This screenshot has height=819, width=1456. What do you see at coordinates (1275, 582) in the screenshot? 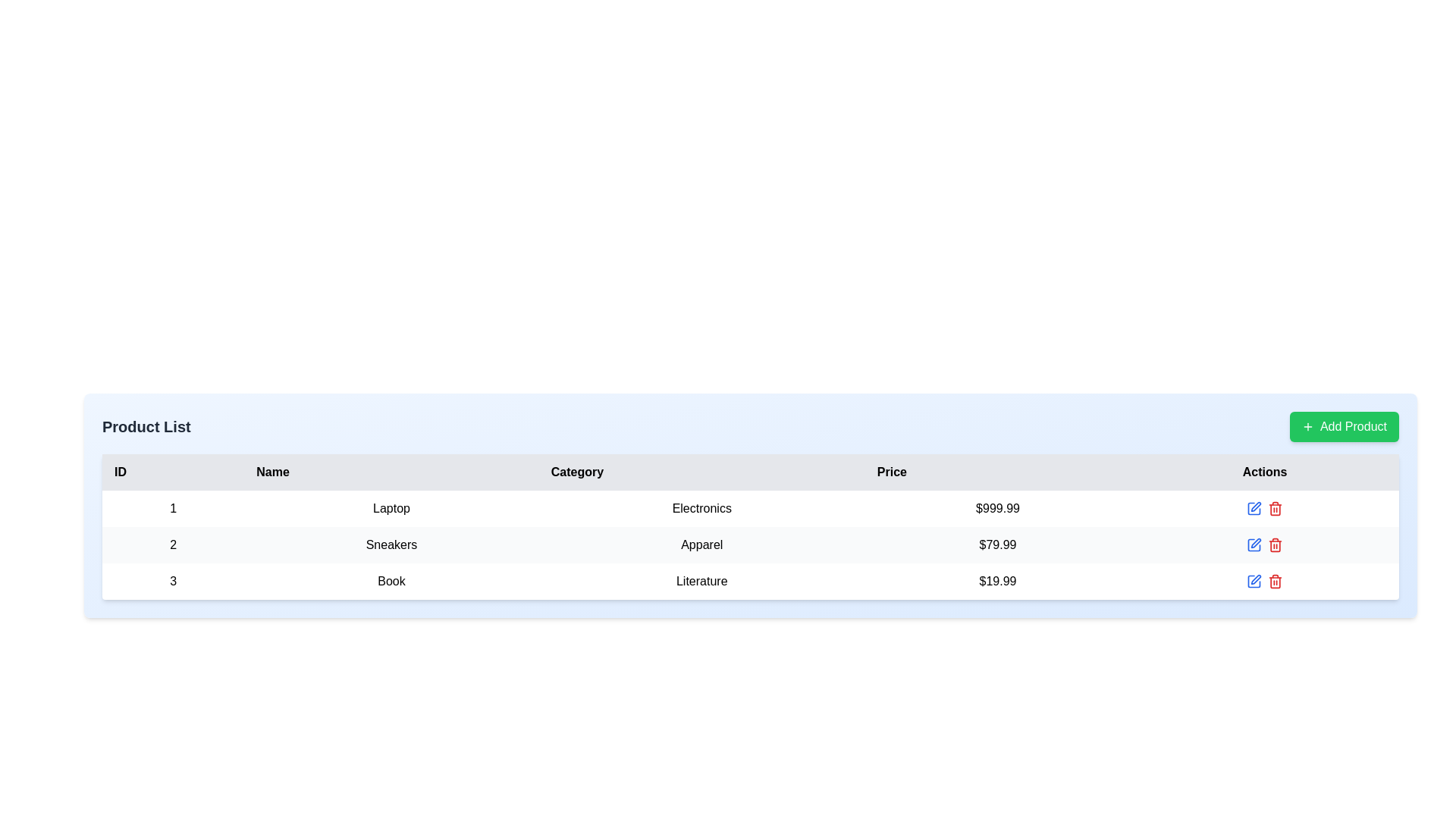
I see `the second vertical line within the trash can icon located in the 'Actions' column of the product table` at bounding box center [1275, 582].